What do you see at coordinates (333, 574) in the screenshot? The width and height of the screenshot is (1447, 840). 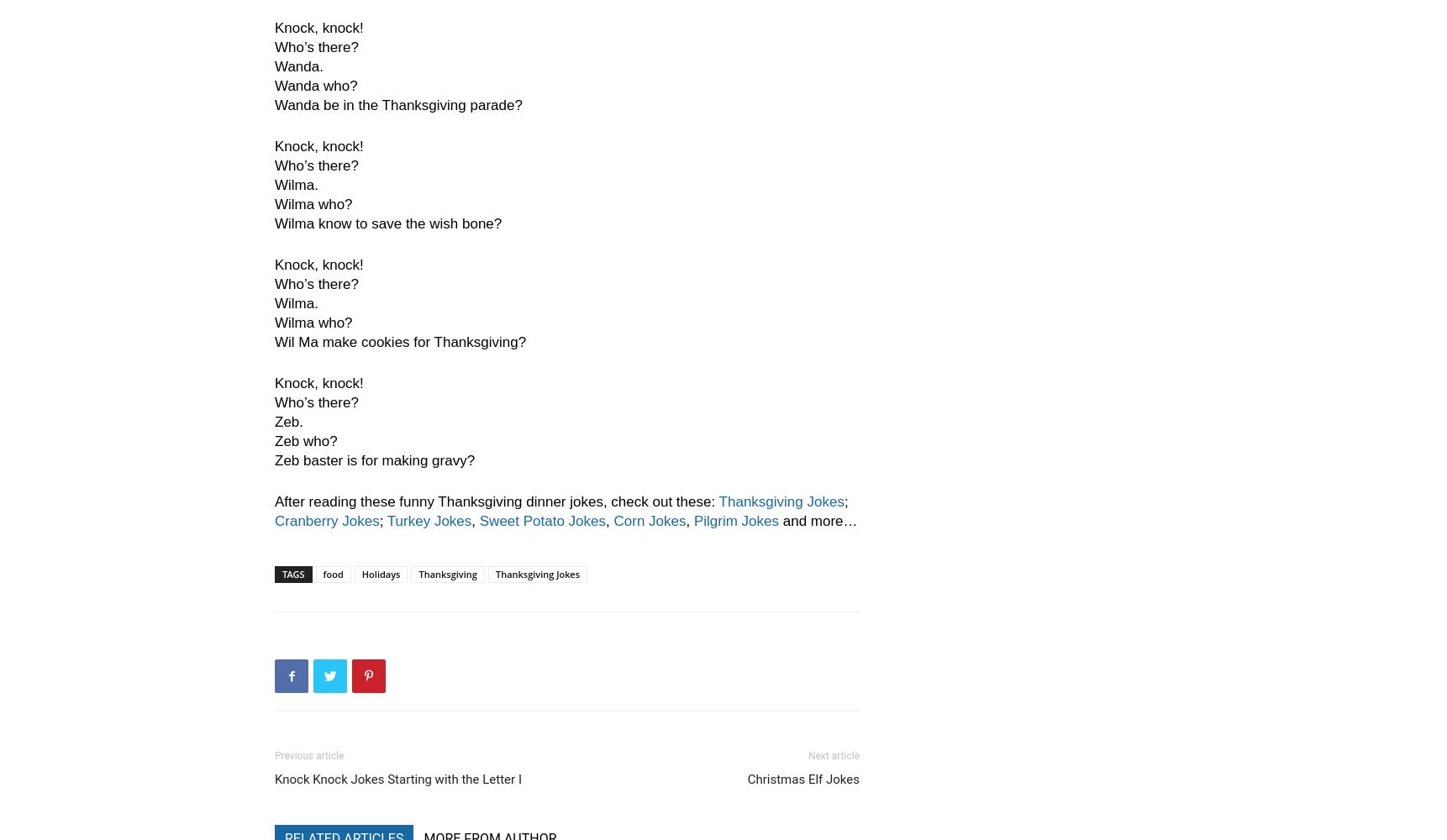 I see `'food'` at bounding box center [333, 574].